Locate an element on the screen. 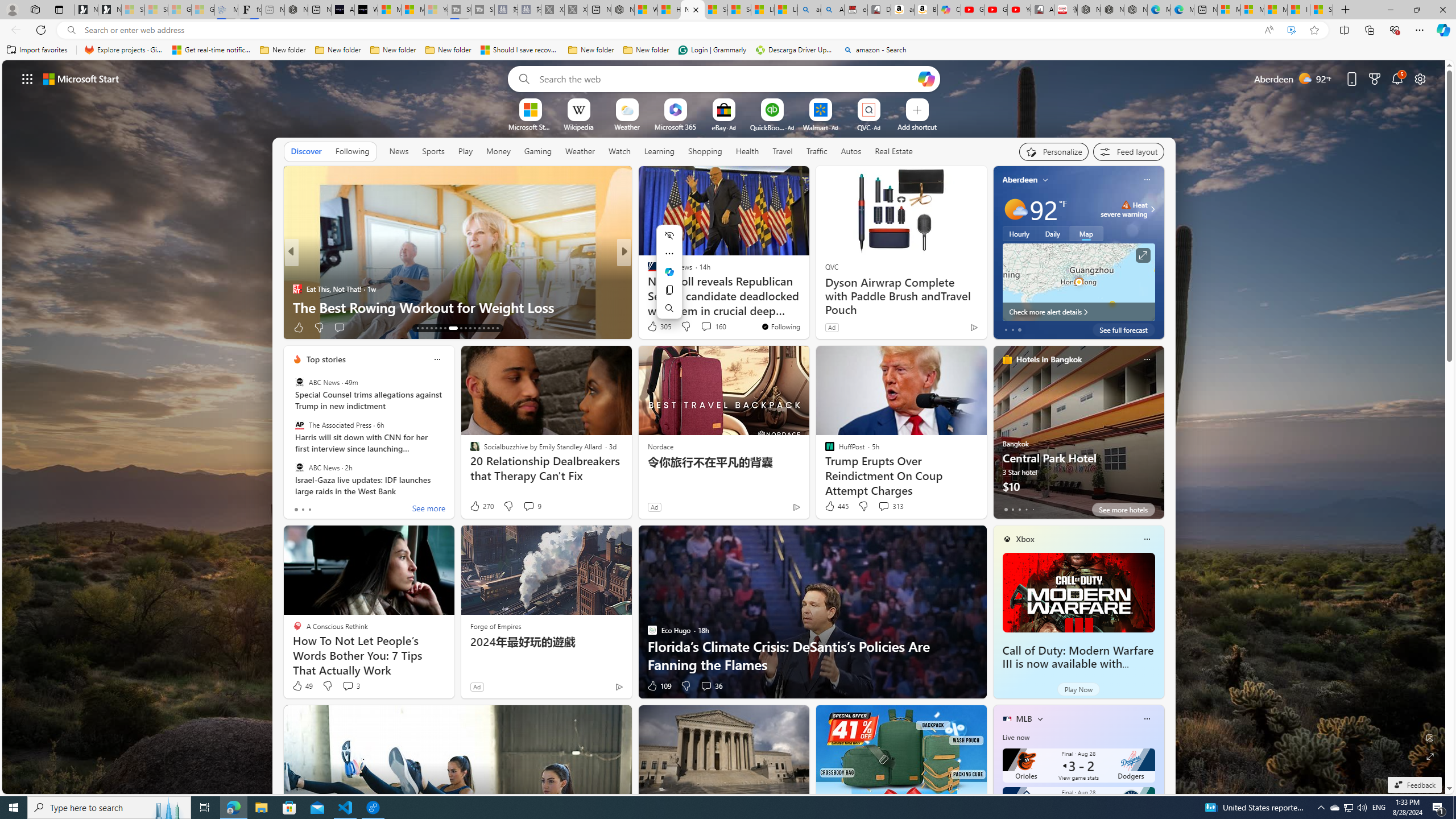 The width and height of the screenshot is (1456, 819). 'Colin Allred Two Points Behind Ted Cruz in Second Texas Poll' is located at coordinates (806, 298).